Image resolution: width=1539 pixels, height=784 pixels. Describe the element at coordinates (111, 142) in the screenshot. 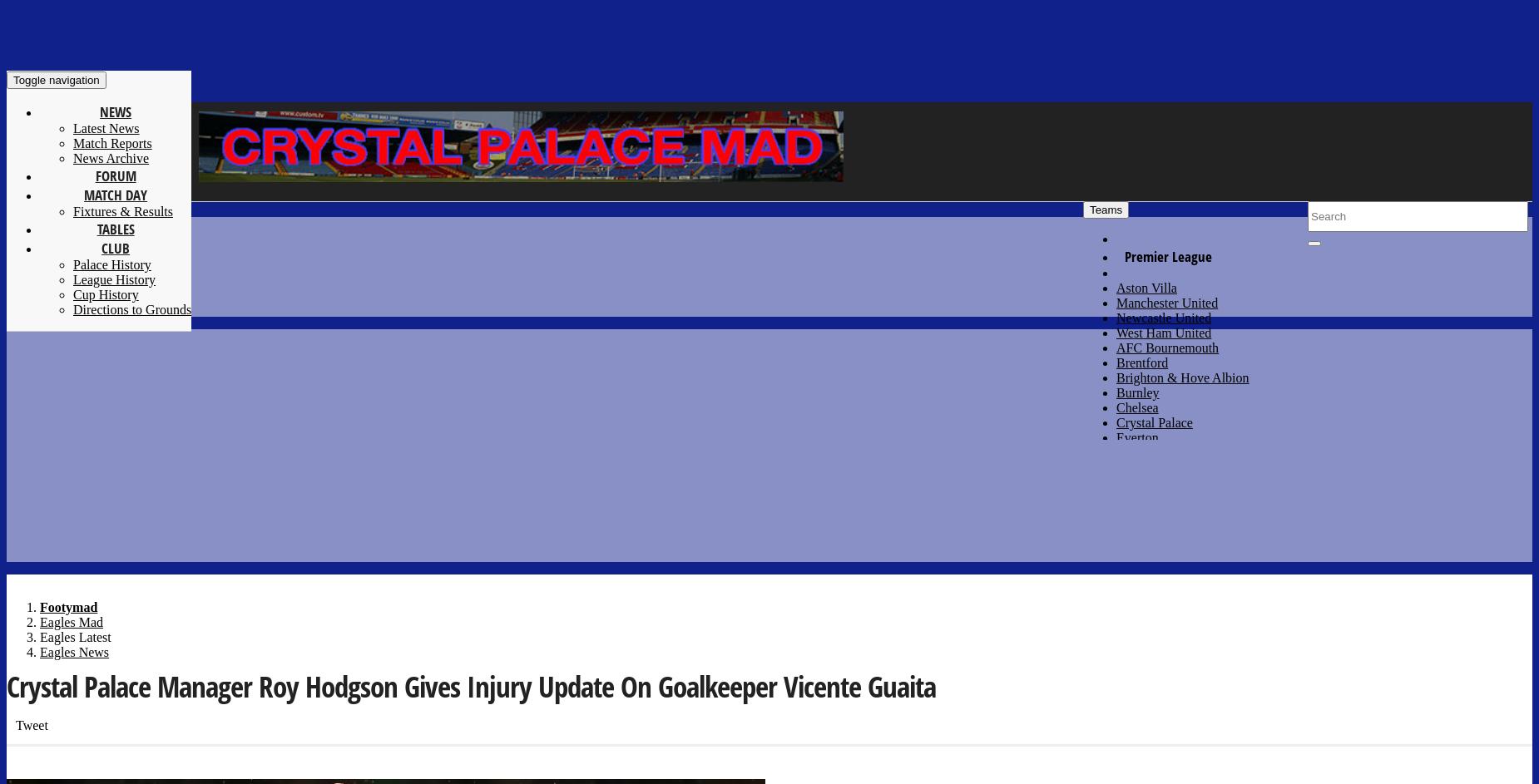

I see `'Match Reports'` at that location.